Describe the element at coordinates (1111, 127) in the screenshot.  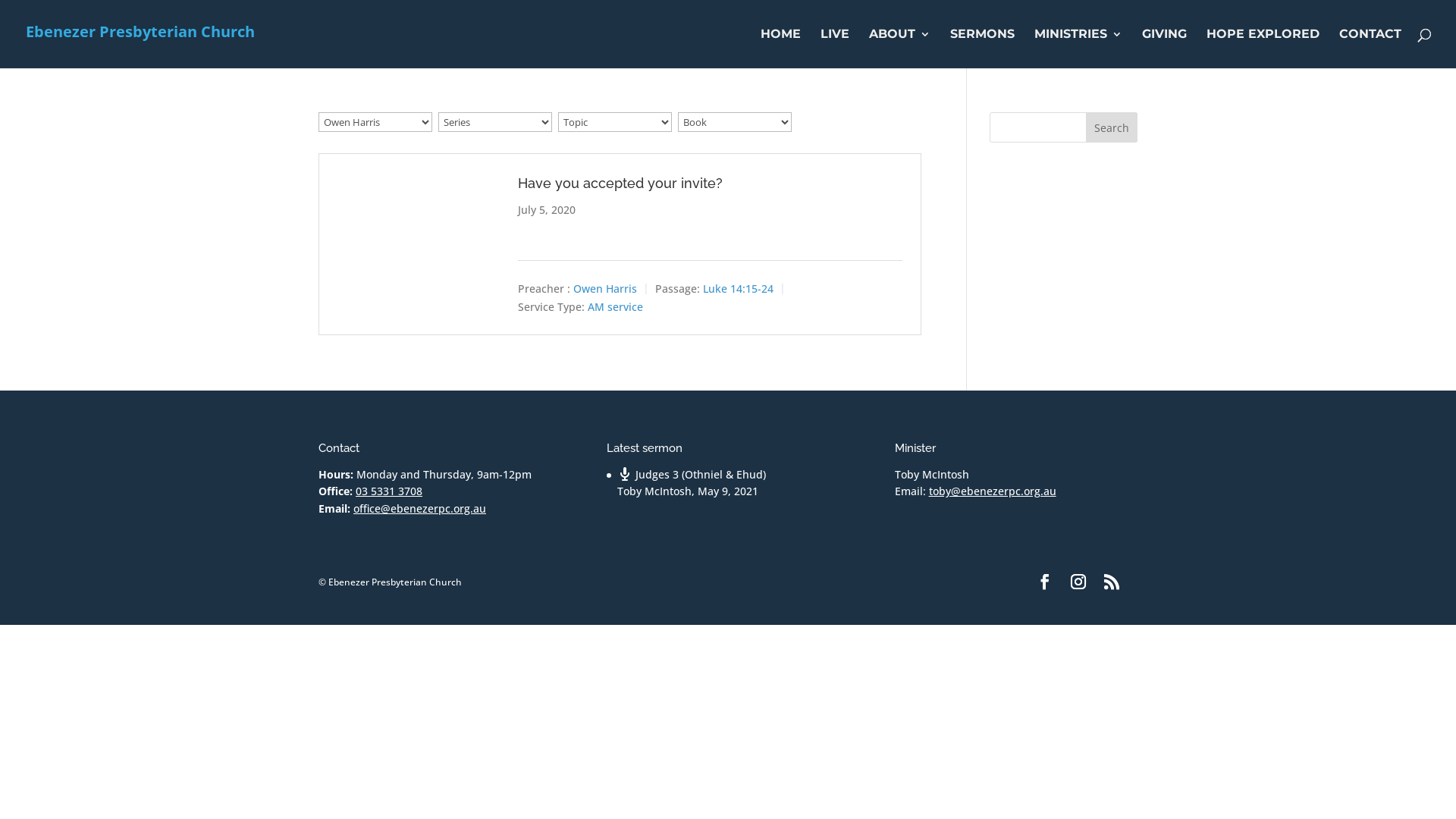
I see `'Search'` at that location.